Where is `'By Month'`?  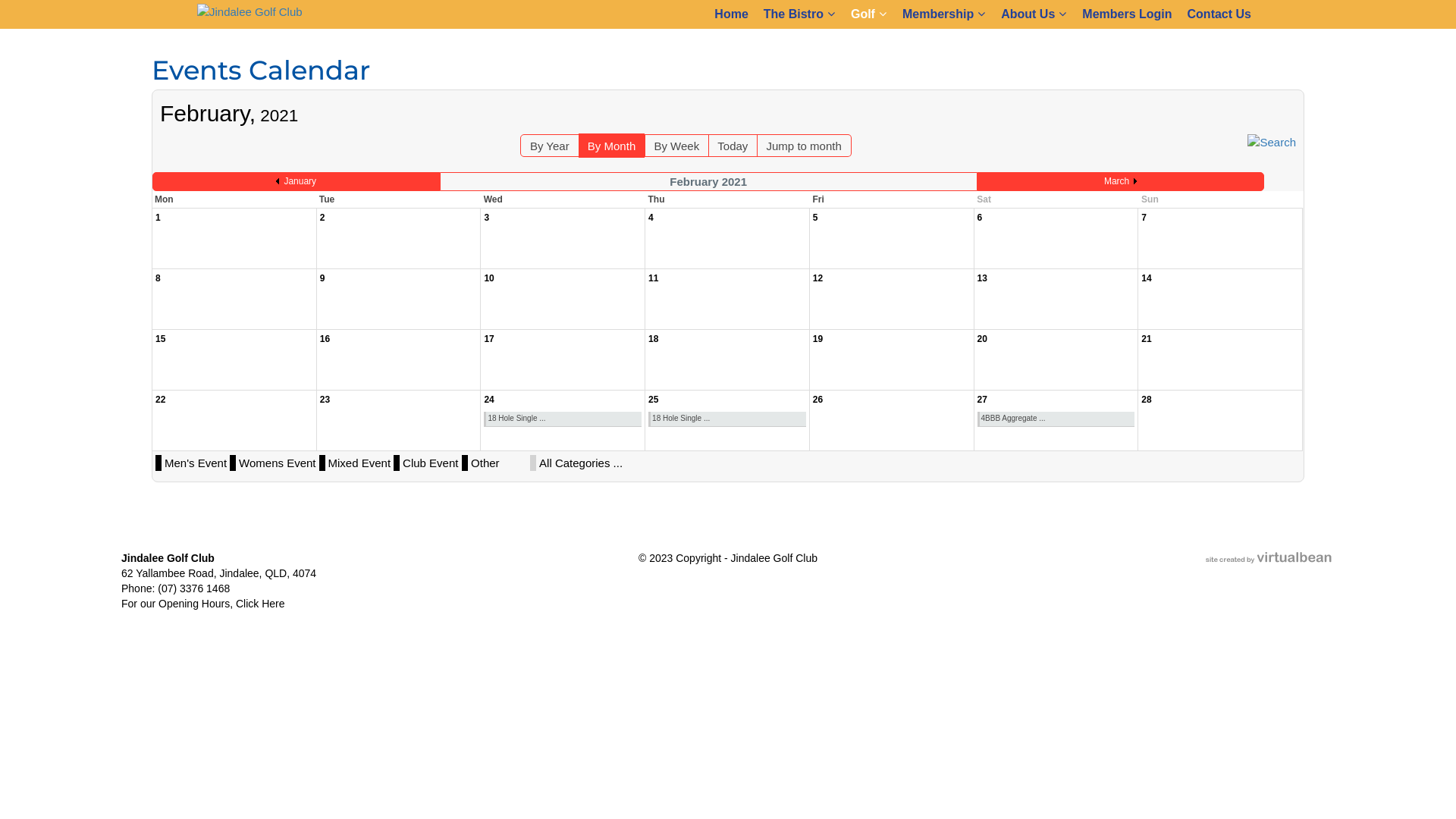 'By Month' is located at coordinates (611, 146).